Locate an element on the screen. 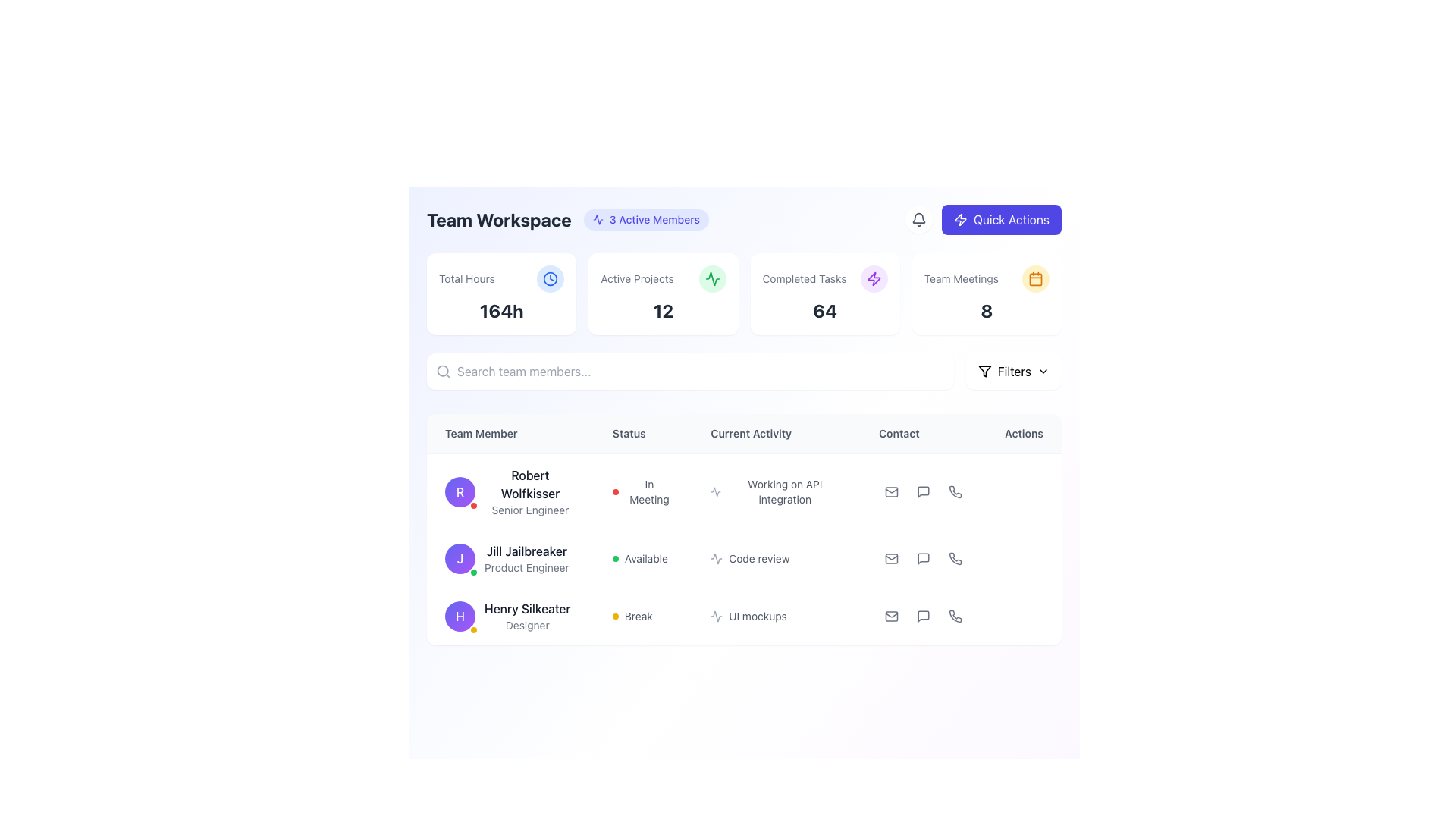 Image resolution: width=1456 pixels, height=819 pixels. the text label 'Code review' with an accompanying heartbeat icon in the 'Current Activity' column, located in the second row for 'Jill Jailbreaker' is located at coordinates (777, 558).